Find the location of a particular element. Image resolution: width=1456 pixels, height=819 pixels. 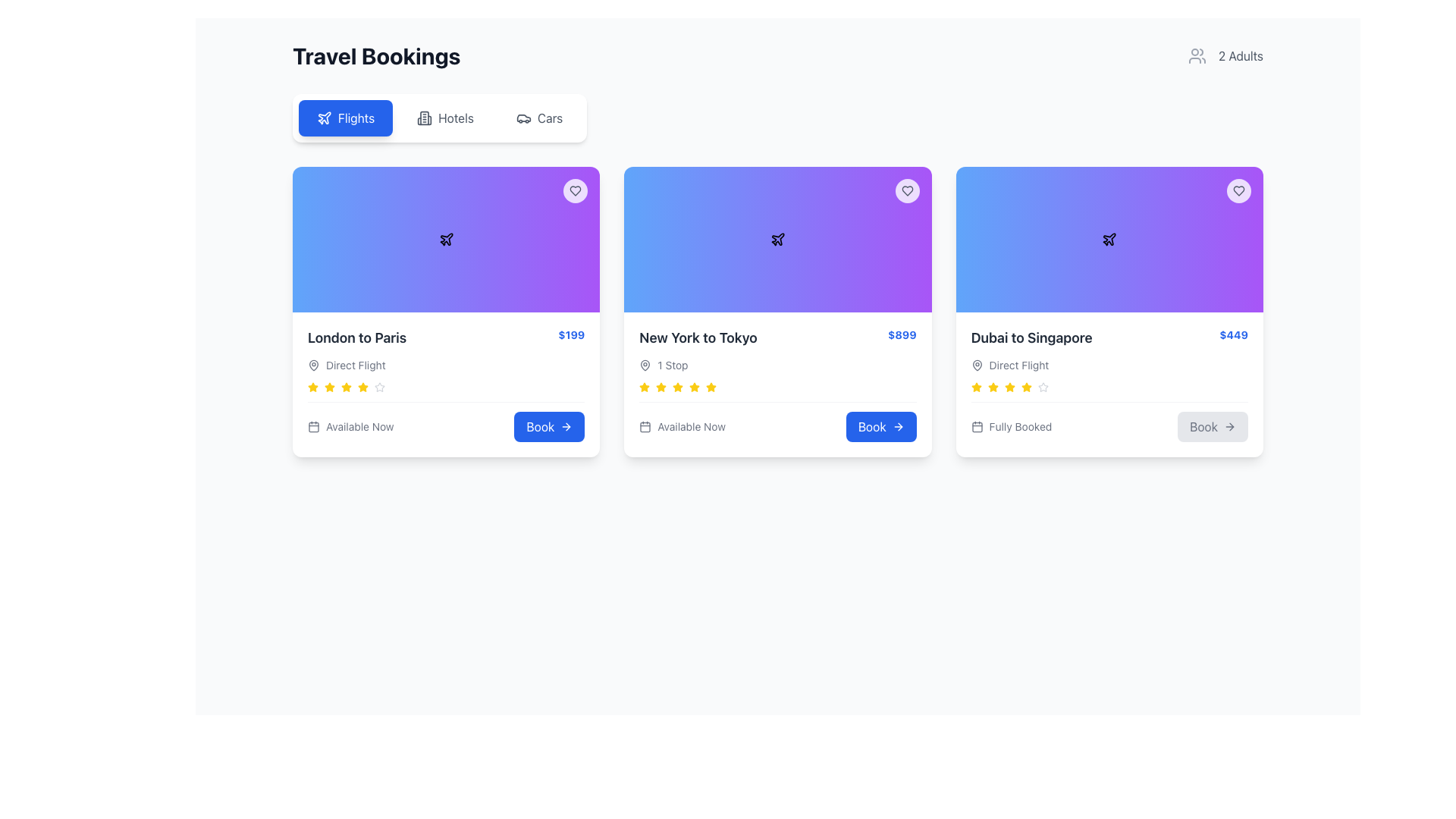

the rightward-pointing arrow icon located on the blue 'Book' button within the 'New York to Tokyo' card is located at coordinates (898, 427).